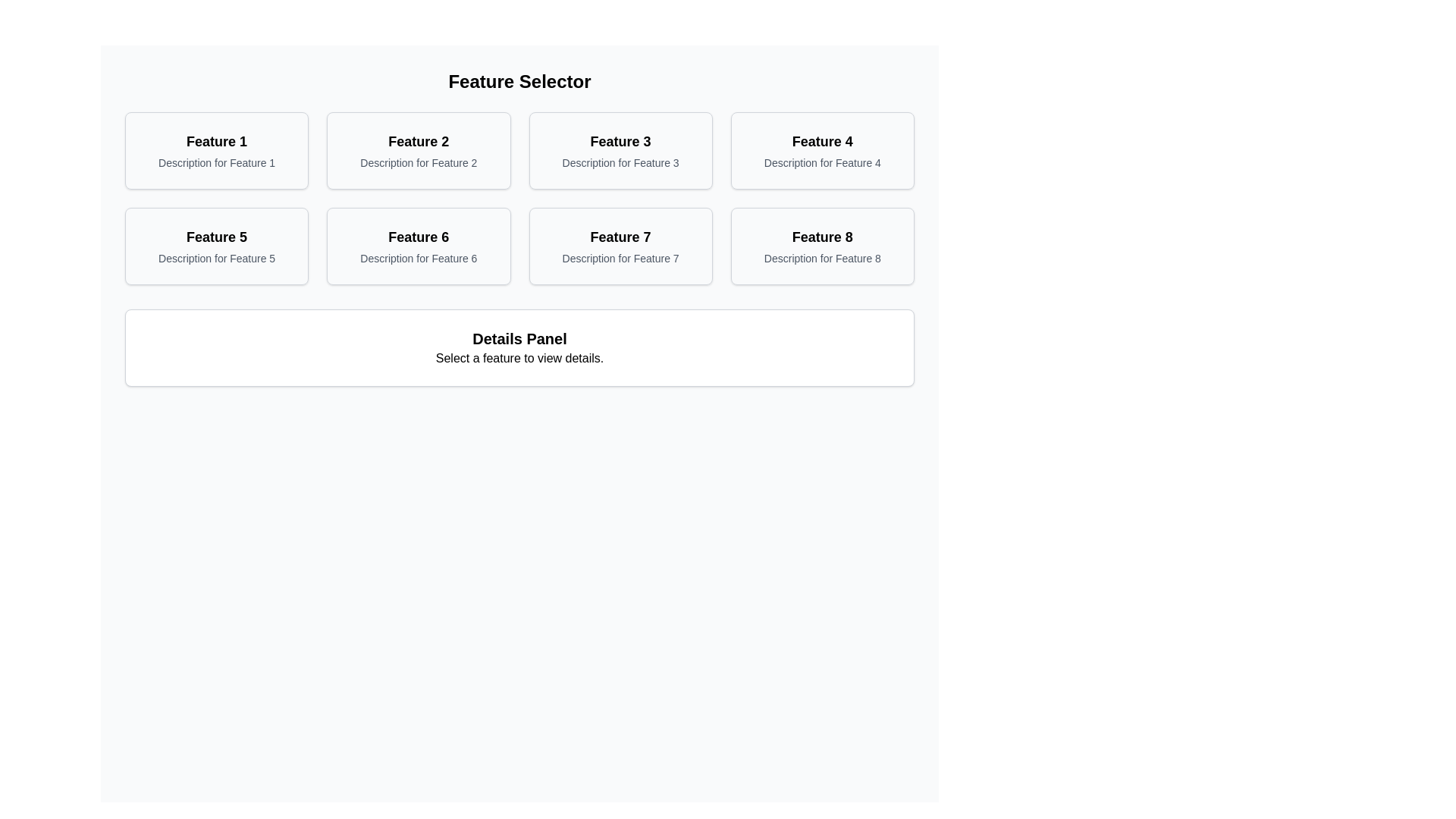 The image size is (1456, 819). What do you see at coordinates (216, 257) in the screenshot?
I see `the text element displaying 'Description for Feature 5', which is located below the bold title 'Feature 5' in a bordered rectangular area` at bounding box center [216, 257].